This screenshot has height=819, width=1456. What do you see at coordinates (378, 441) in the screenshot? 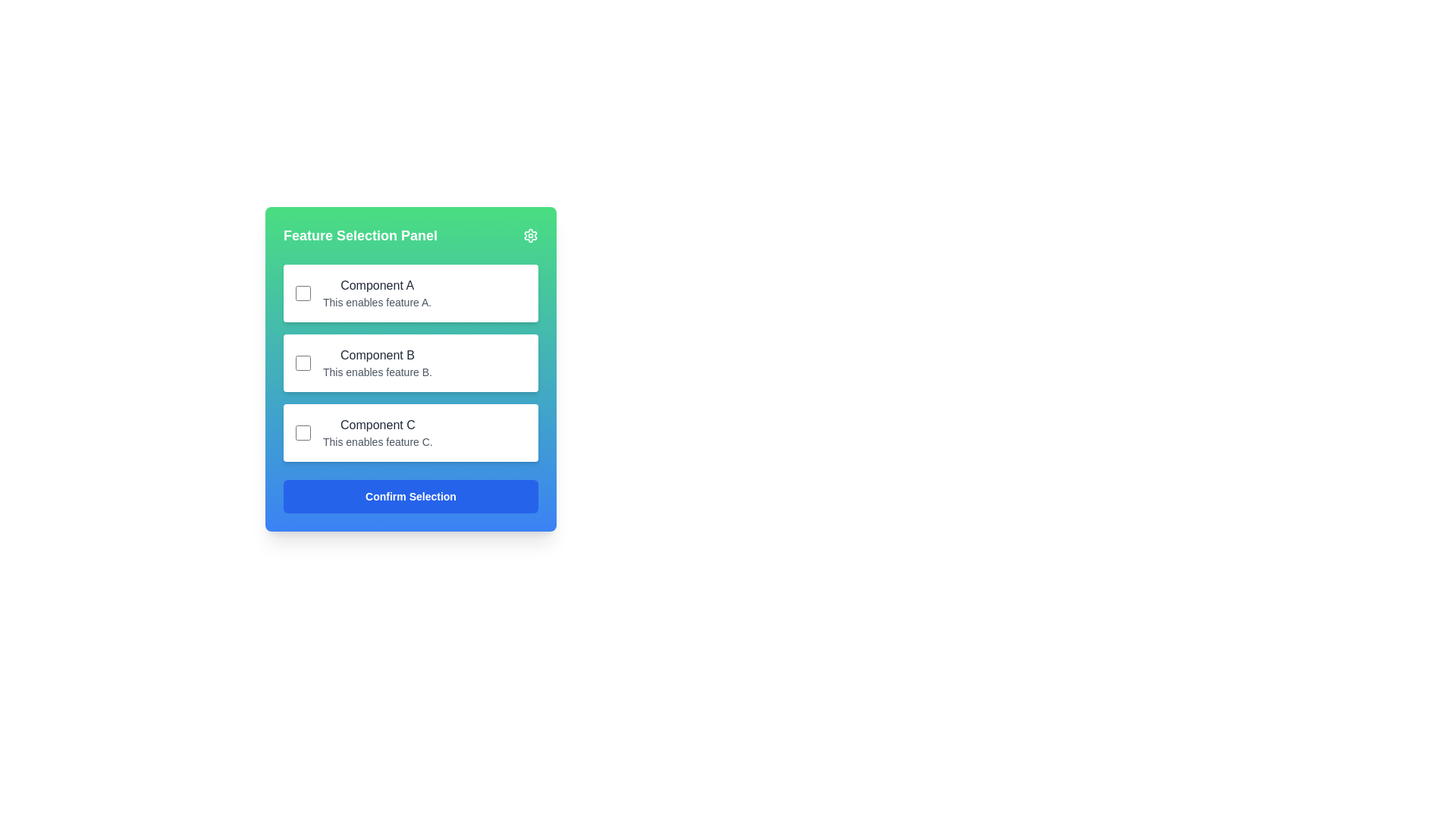
I see `the text label stating 'This enables feature C.' which is located below 'Component C' in the feature selection panel` at bounding box center [378, 441].